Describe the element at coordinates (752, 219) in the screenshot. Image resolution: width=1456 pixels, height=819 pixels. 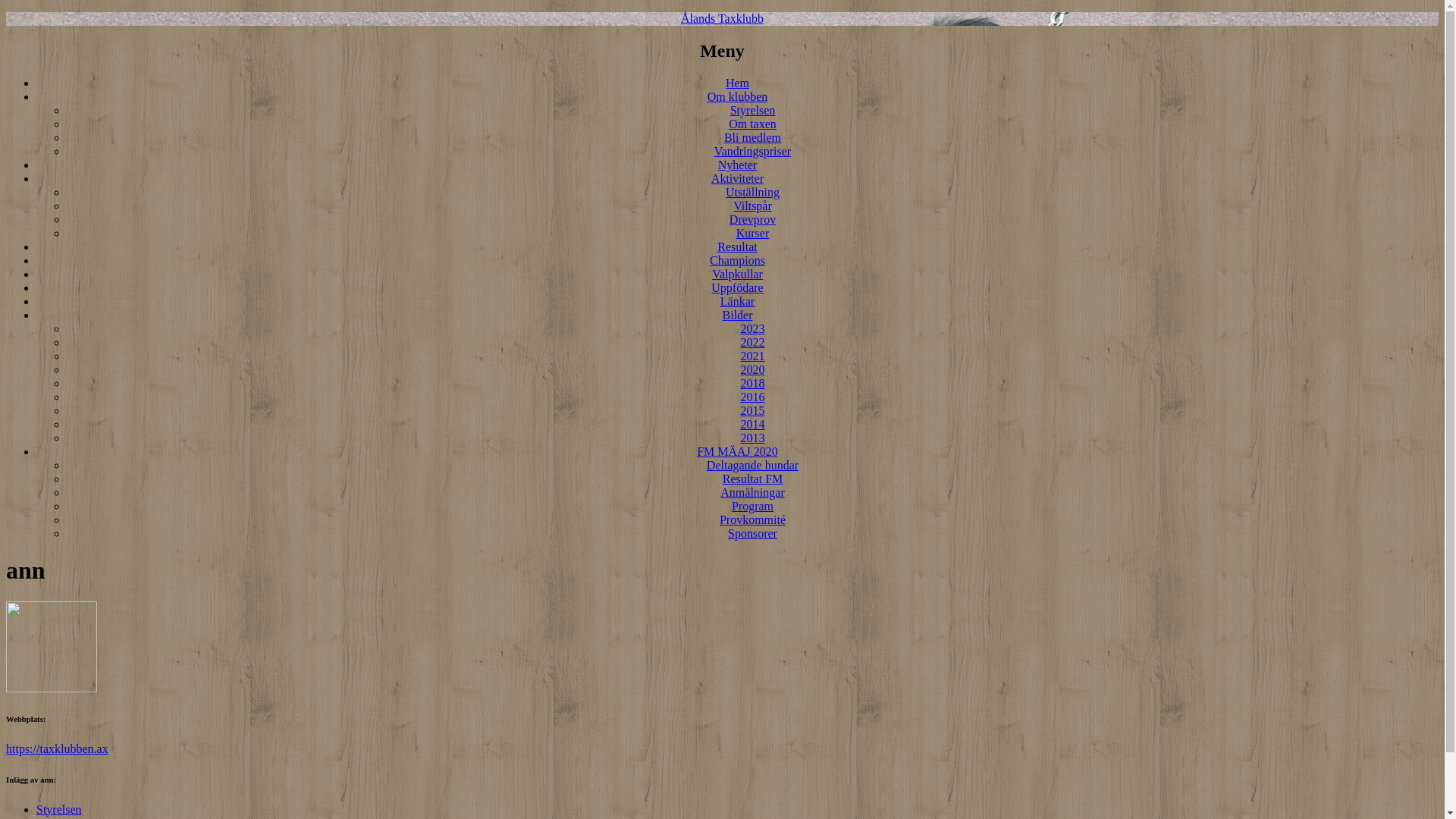
I see `'Drevprov'` at that location.